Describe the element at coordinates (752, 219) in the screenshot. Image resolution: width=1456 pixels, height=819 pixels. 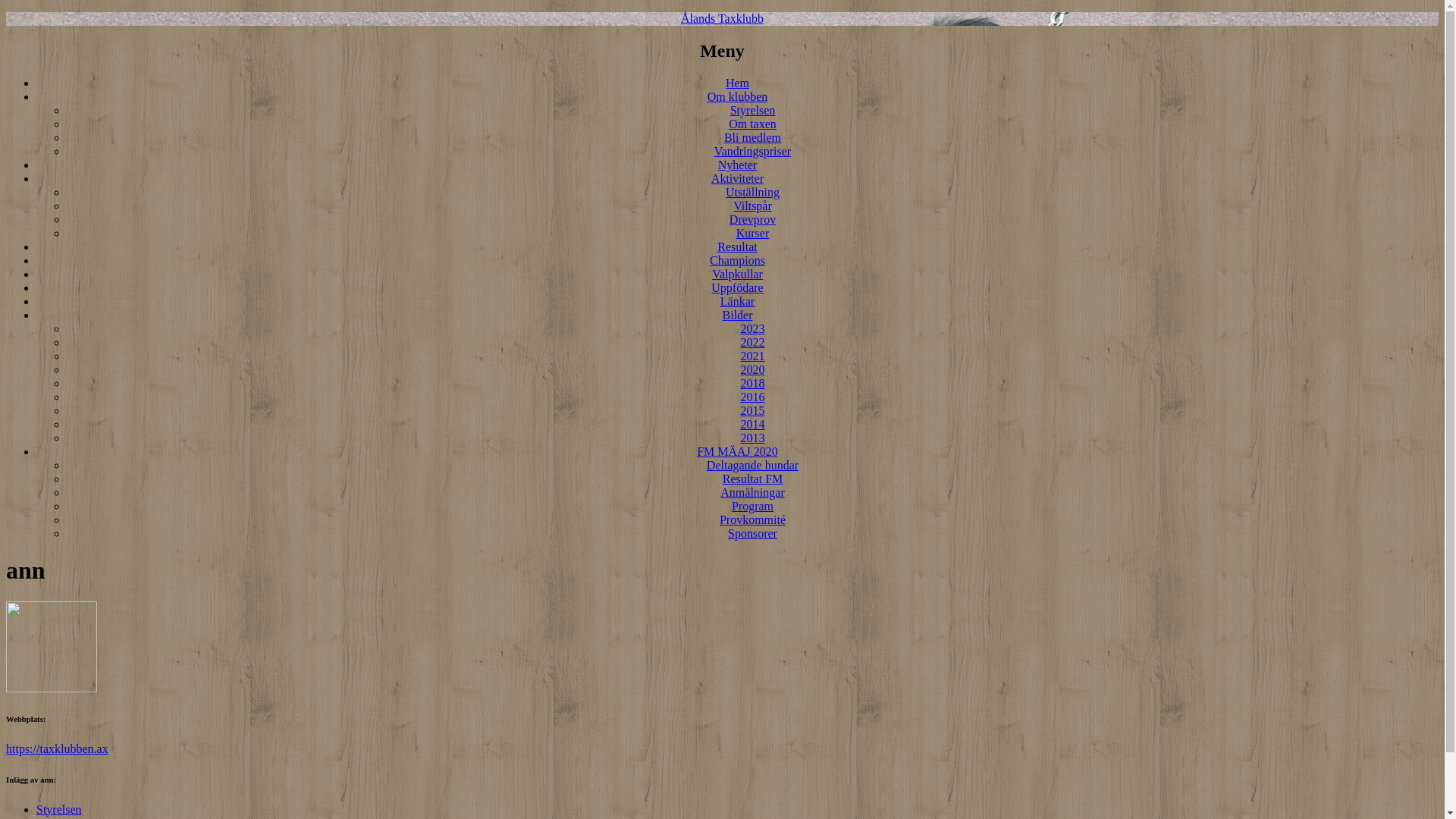
I see `'Drevprov'` at that location.